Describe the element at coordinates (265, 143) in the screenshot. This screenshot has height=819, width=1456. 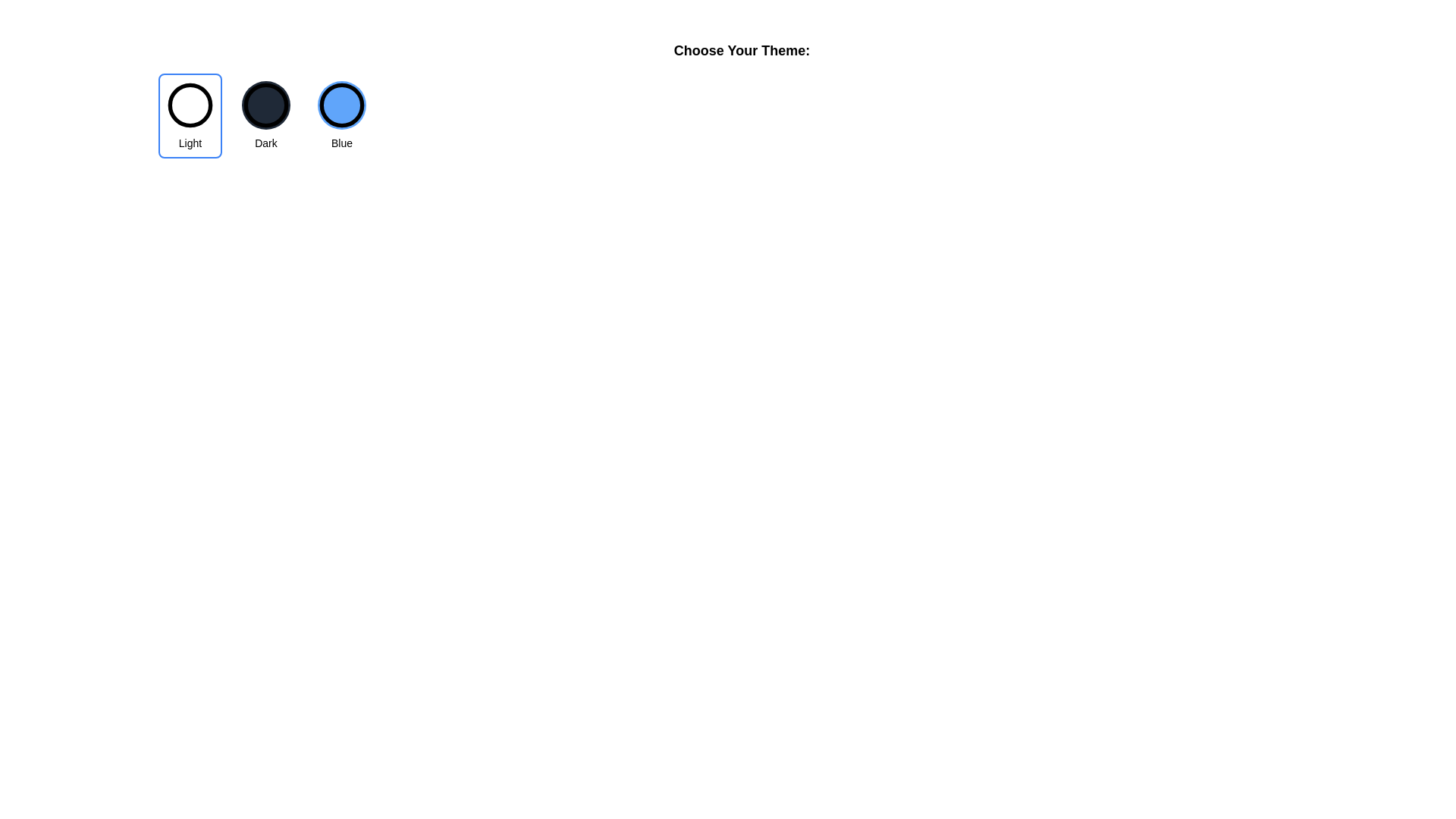
I see `text label displaying the word 'Dark' in lowercase letters located directly below a circular dark icon` at that location.